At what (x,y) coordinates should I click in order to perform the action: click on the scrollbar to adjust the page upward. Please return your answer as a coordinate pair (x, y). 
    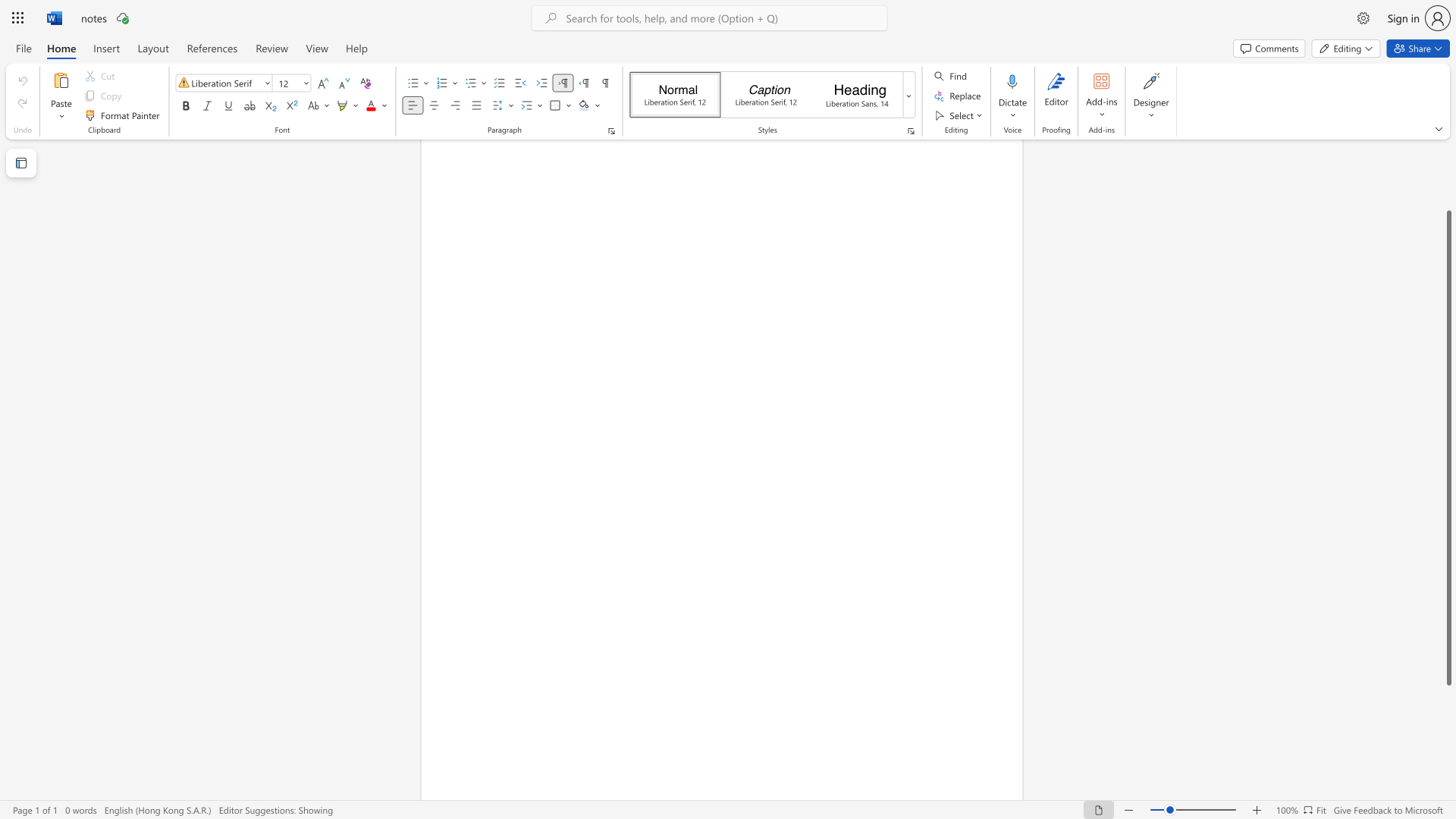
    Looking at the image, I should click on (1448, 189).